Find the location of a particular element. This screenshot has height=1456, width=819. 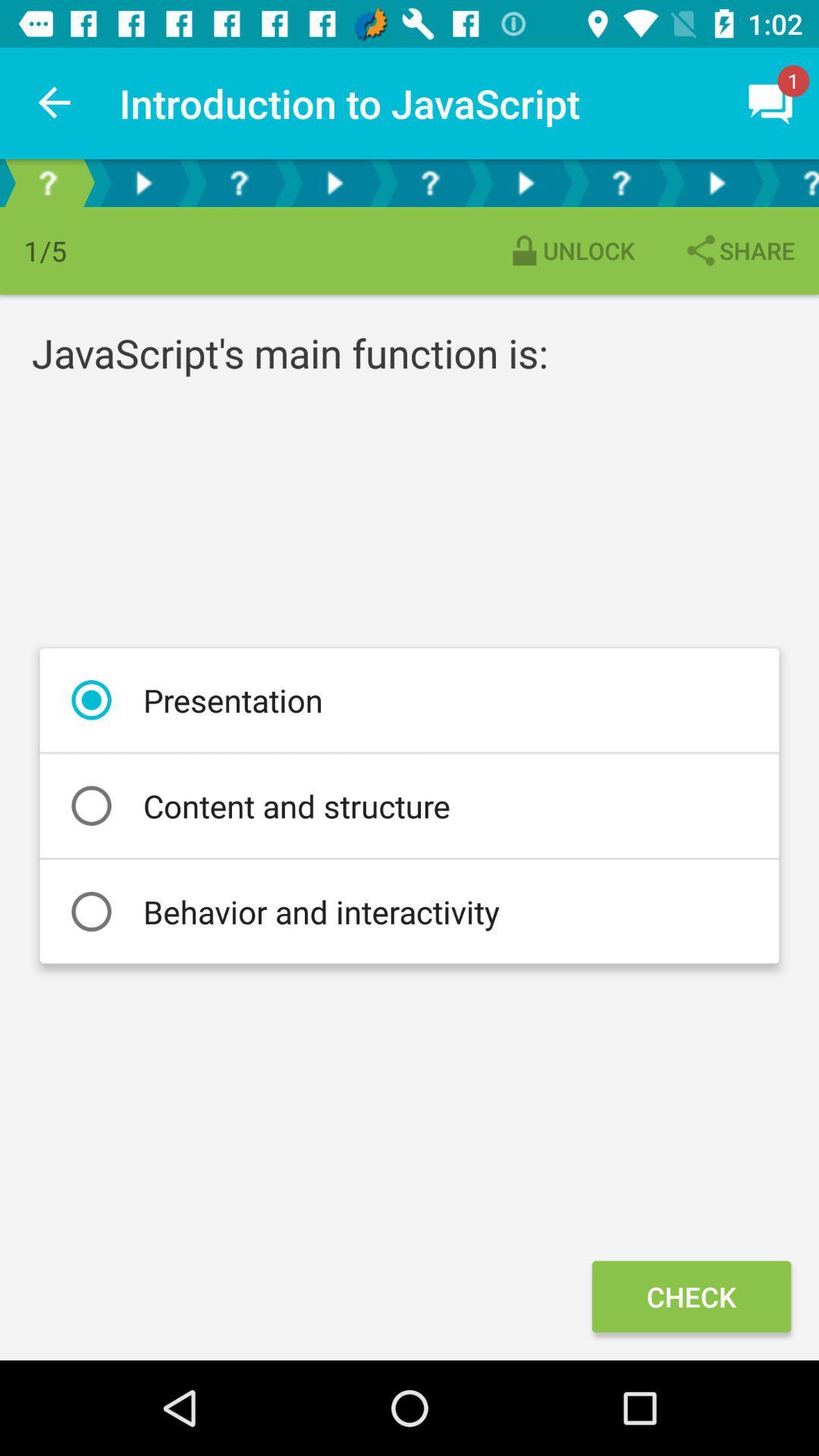

next question is located at coordinates (430, 182).